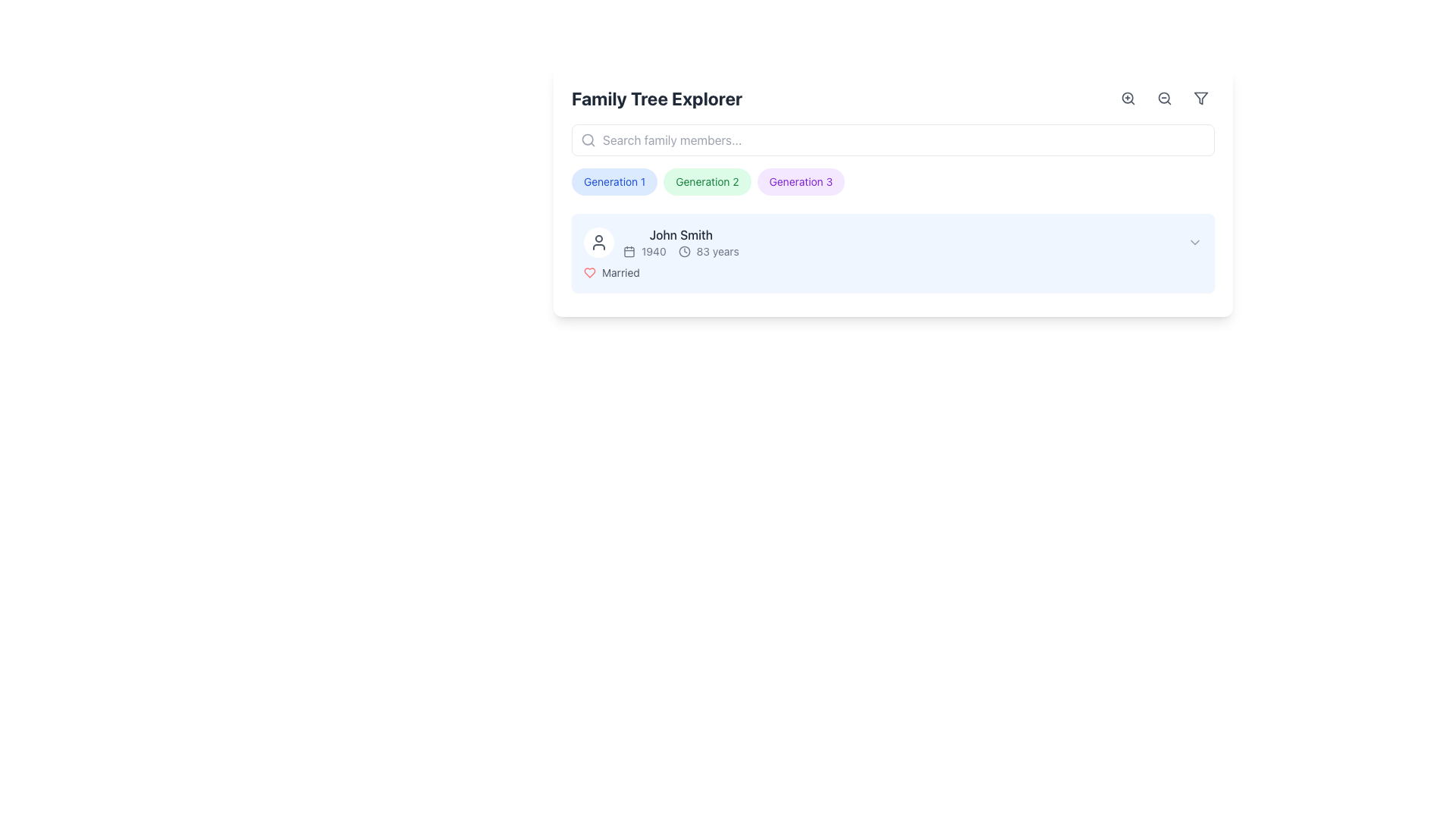 This screenshot has width=1456, height=819. Describe the element at coordinates (680, 234) in the screenshot. I see `the text element displaying the name 'John Smith', which is styled as a header in medium-weight gray font and located at the top of the user information card` at that location.